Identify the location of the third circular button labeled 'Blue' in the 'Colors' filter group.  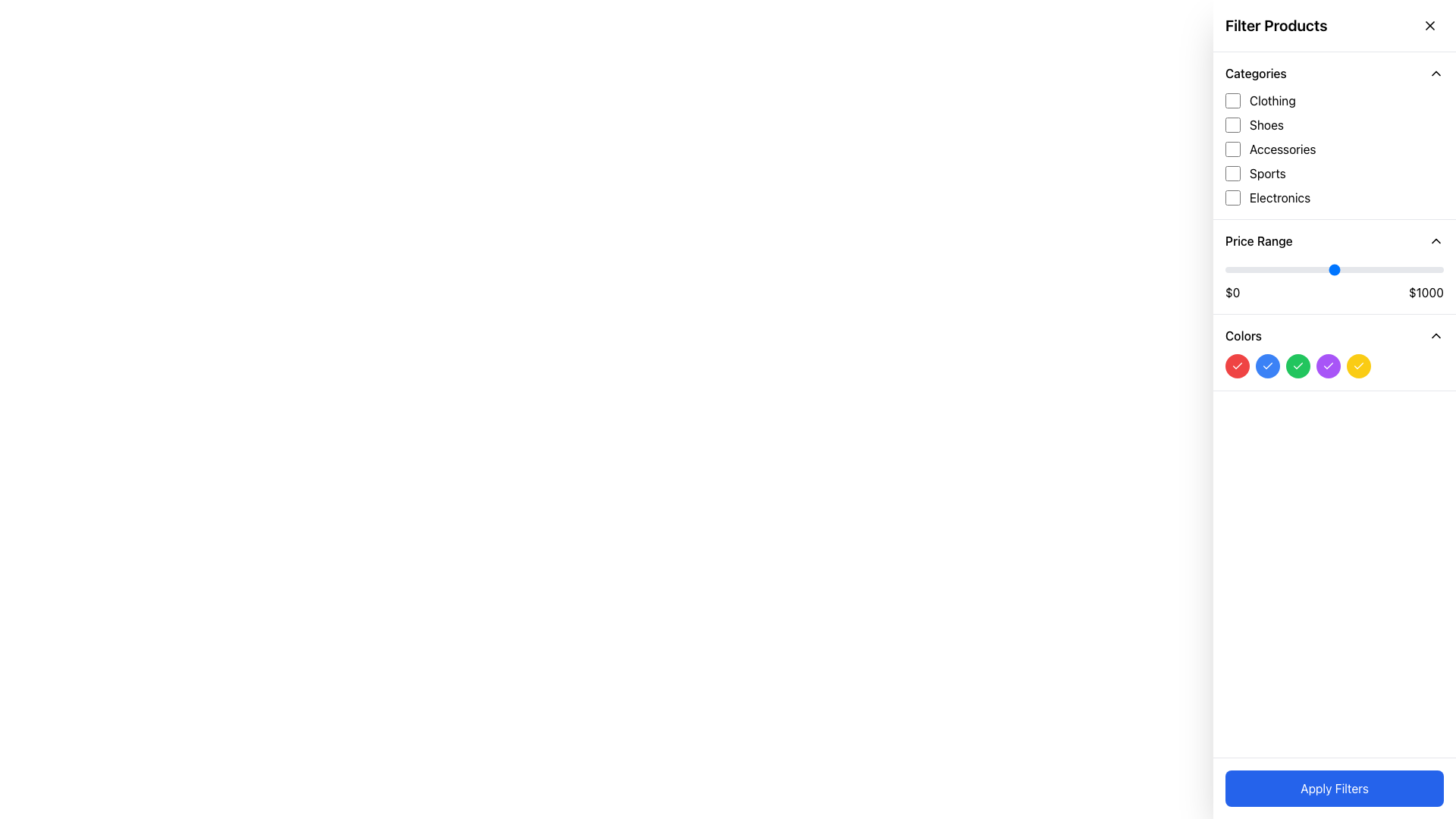
(1267, 366).